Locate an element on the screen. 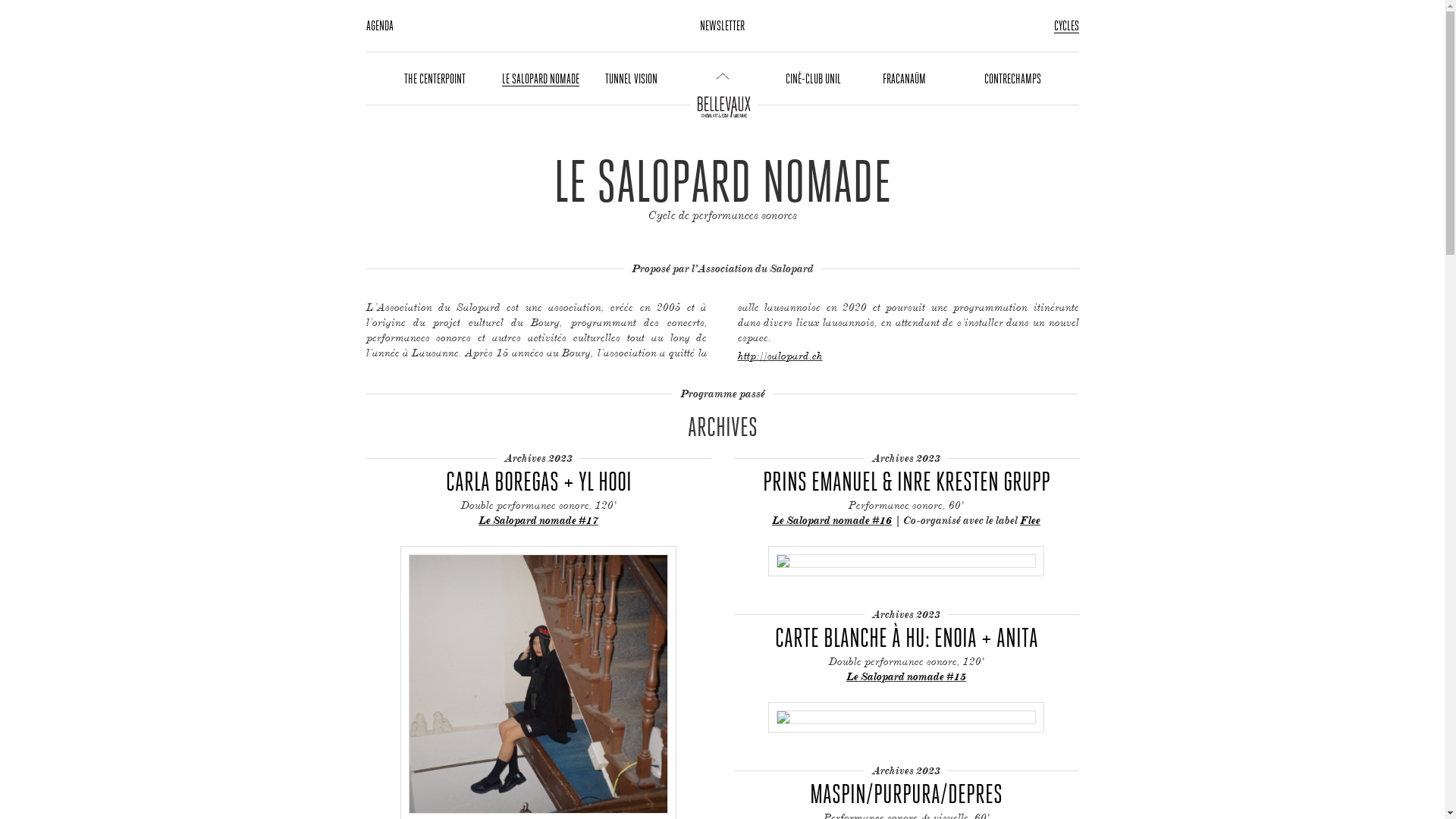 The height and width of the screenshot is (819, 1456). 'NEWSLETTER' is located at coordinates (698, 25).